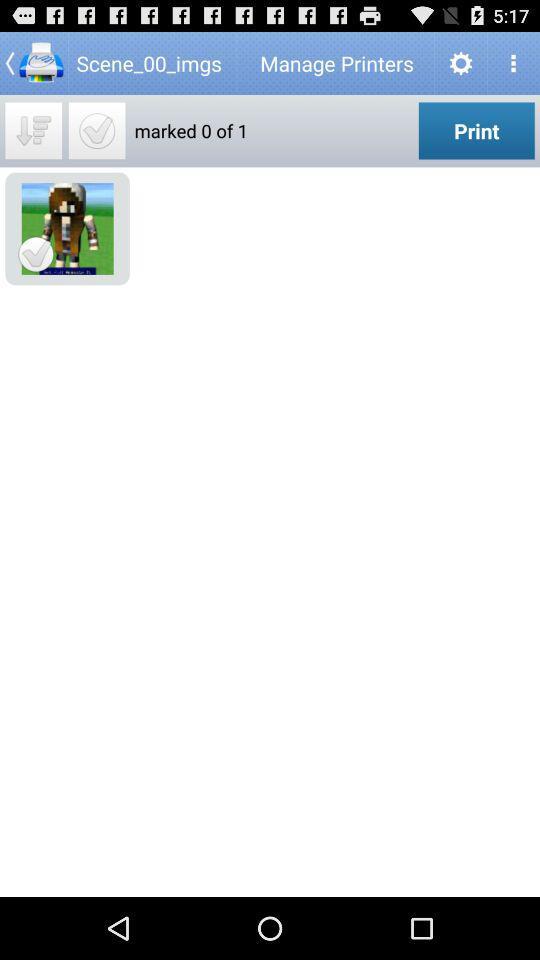 This screenshot has width=540, height=960. I want to click on the filter_list icon, so click(32, 138).